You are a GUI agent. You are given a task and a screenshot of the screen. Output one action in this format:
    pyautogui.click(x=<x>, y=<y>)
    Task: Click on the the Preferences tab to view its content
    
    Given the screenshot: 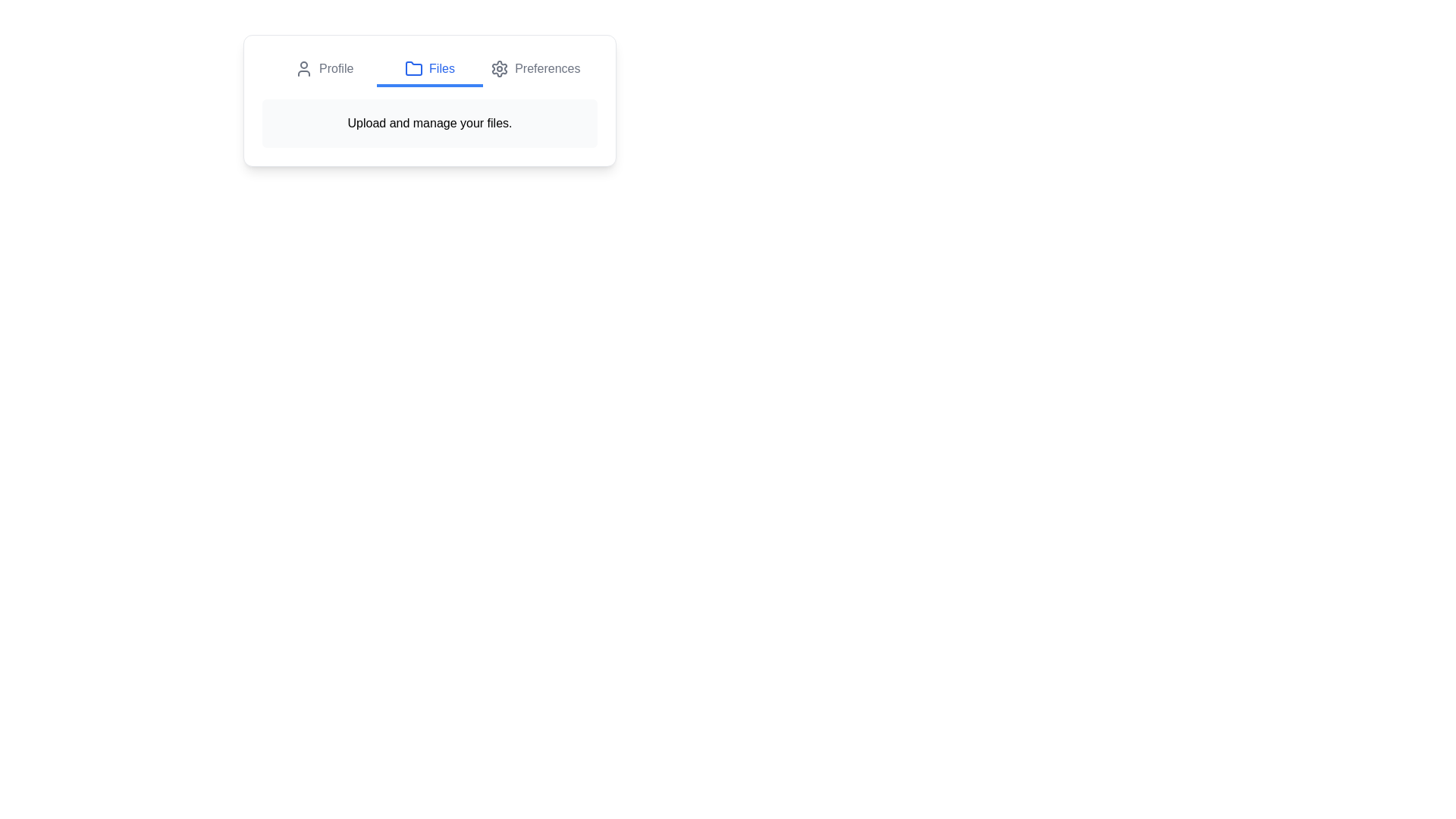 What is the action you would take?
    pyautogui.click(x=535, y=70)
    